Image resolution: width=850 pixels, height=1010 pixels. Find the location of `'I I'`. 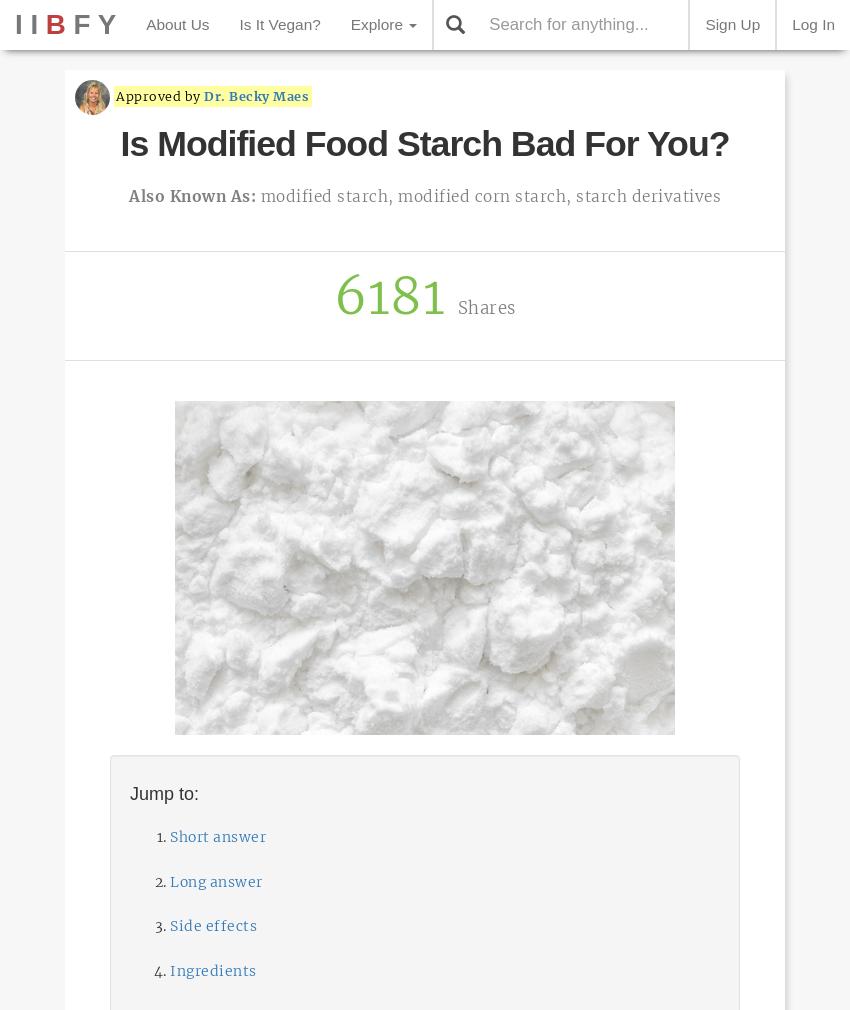

'I I' is located at coordinates (29, 23).